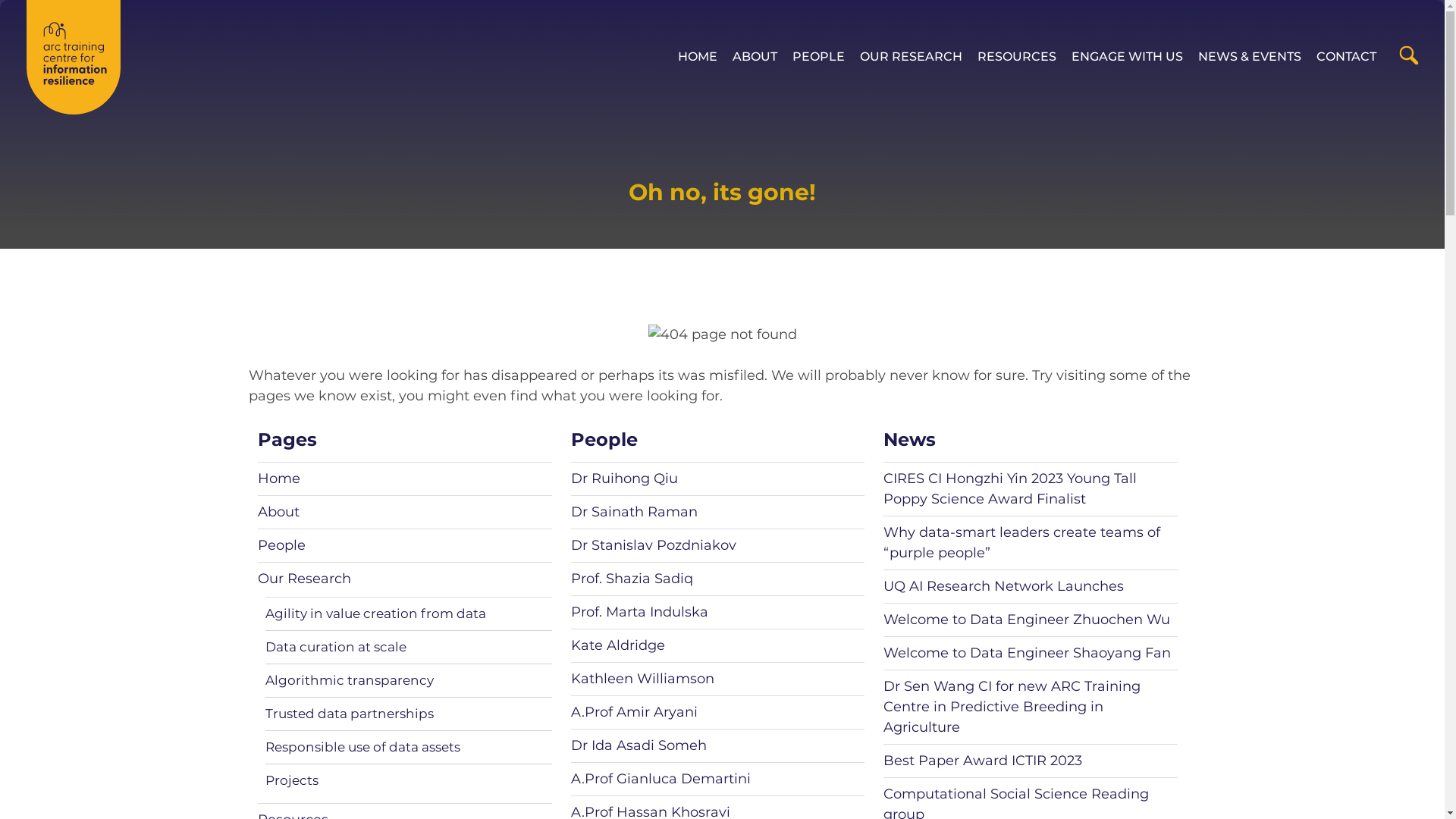 The width and height of the screenshot is (1456, 819). What do you see at coordinates (623, 479) in the screenshot?
I see `'Dr Ruihong Qiu'` at bounding box center [623, 479].